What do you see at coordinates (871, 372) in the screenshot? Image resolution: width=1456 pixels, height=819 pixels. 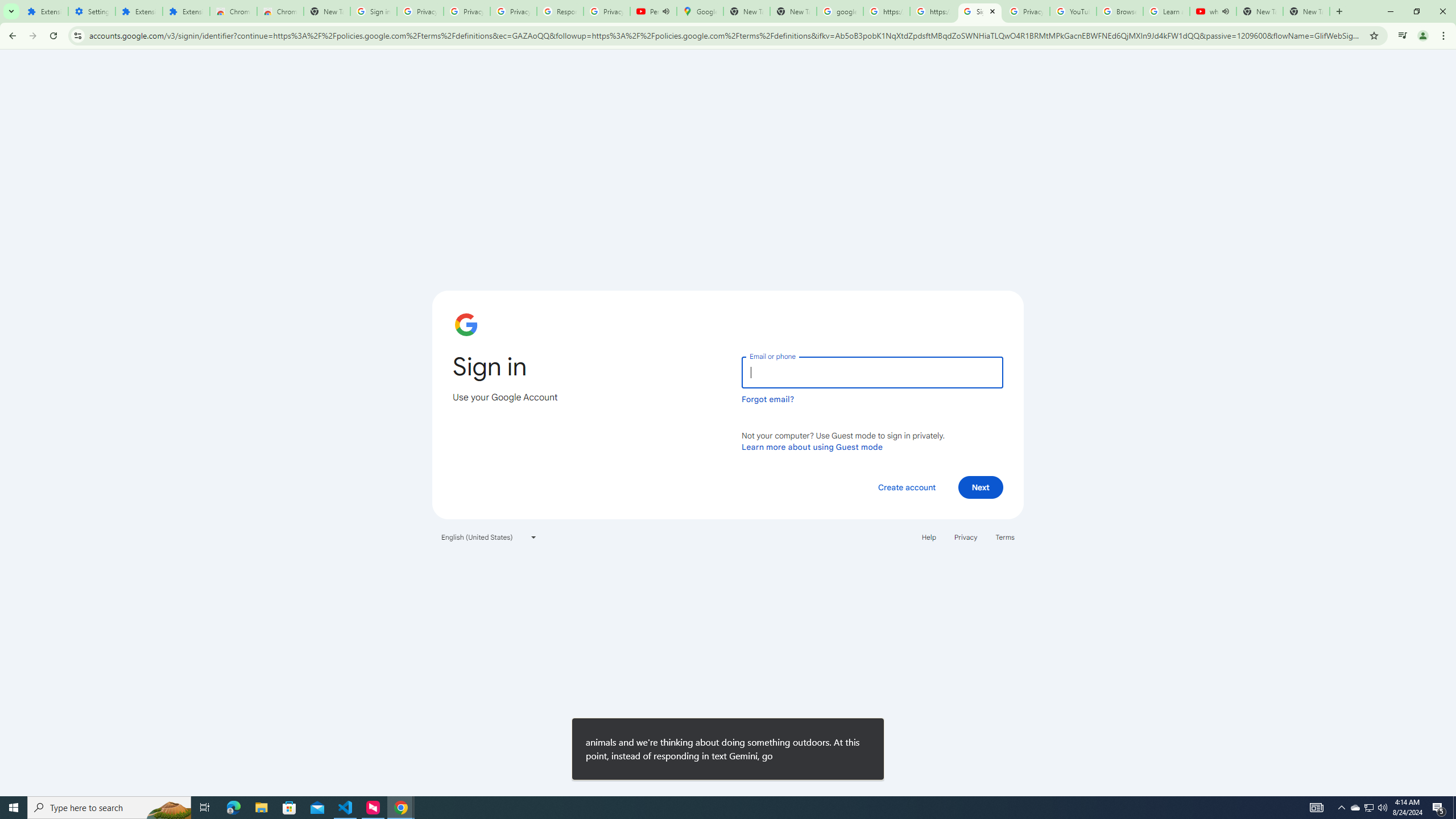 I see `'Email or phone'` at bounding box center [871, 372].